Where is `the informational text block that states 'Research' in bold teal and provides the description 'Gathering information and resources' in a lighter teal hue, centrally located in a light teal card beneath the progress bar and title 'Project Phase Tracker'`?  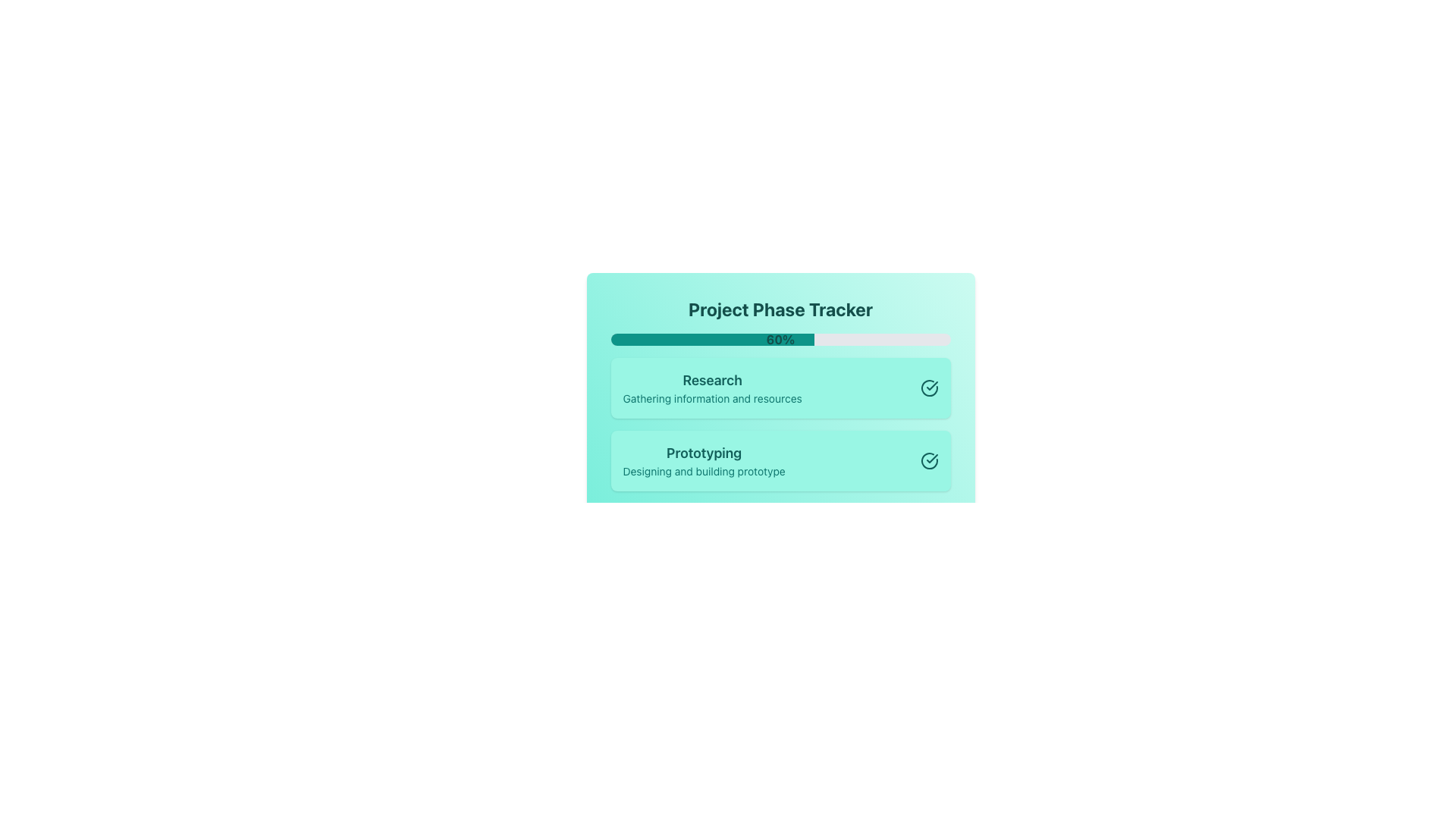
the informational text block that states 'Research' in bold teal and provides the description 'Gathering information and resources' in a lighter teal hue, centrally located in a light teal card beneath the progress bar and title 'Project Phase Tracker' is located at coordinates (711, 388).